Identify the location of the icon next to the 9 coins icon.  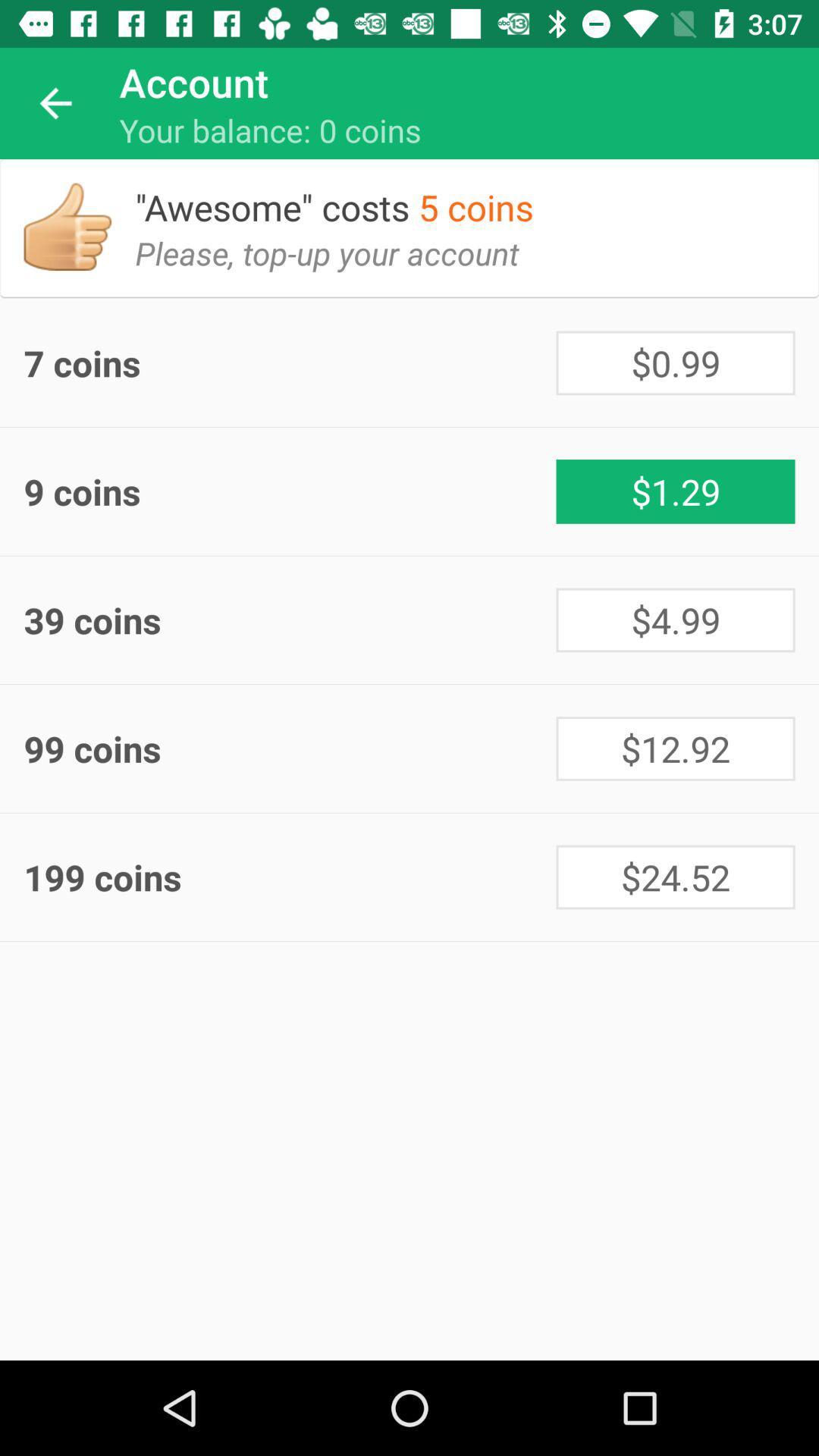
(675, 491).